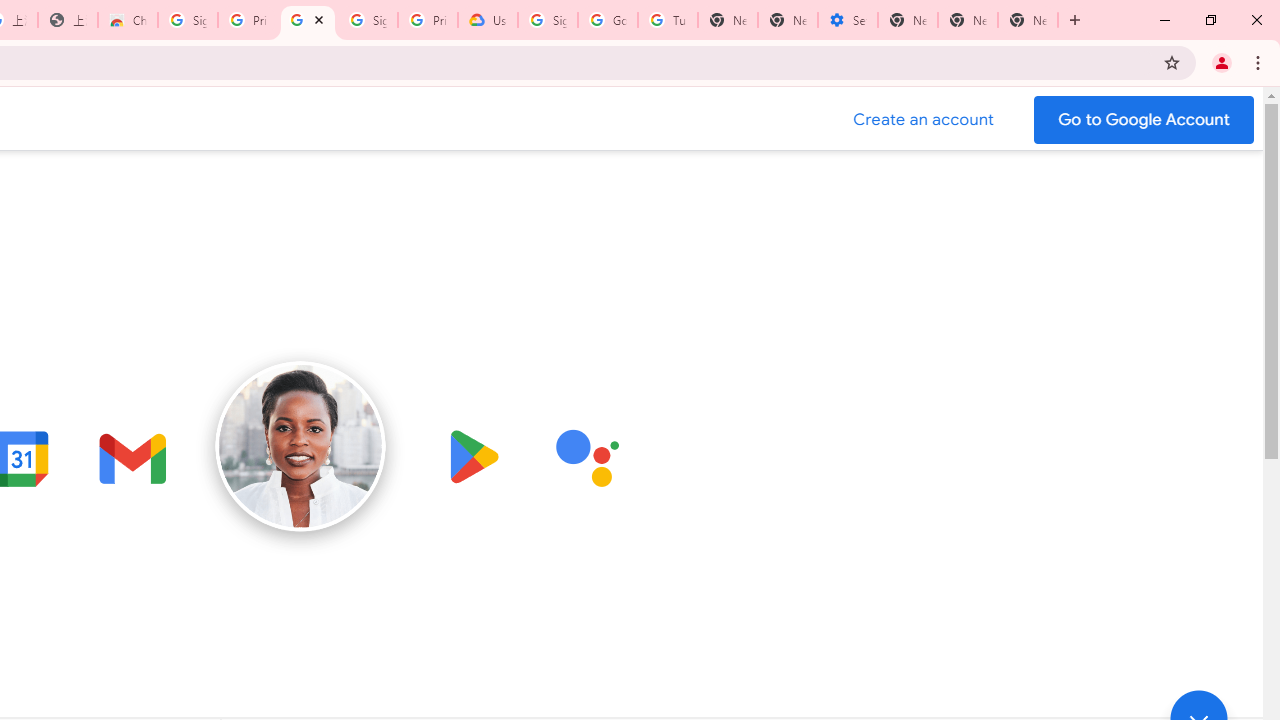 Image resolution: width=1280 pixels, height=720 pixels. What do you see at coordinates (607, 20) in the screenshot?
I see `'Google Account Help'` at bounding box center [607, 20].